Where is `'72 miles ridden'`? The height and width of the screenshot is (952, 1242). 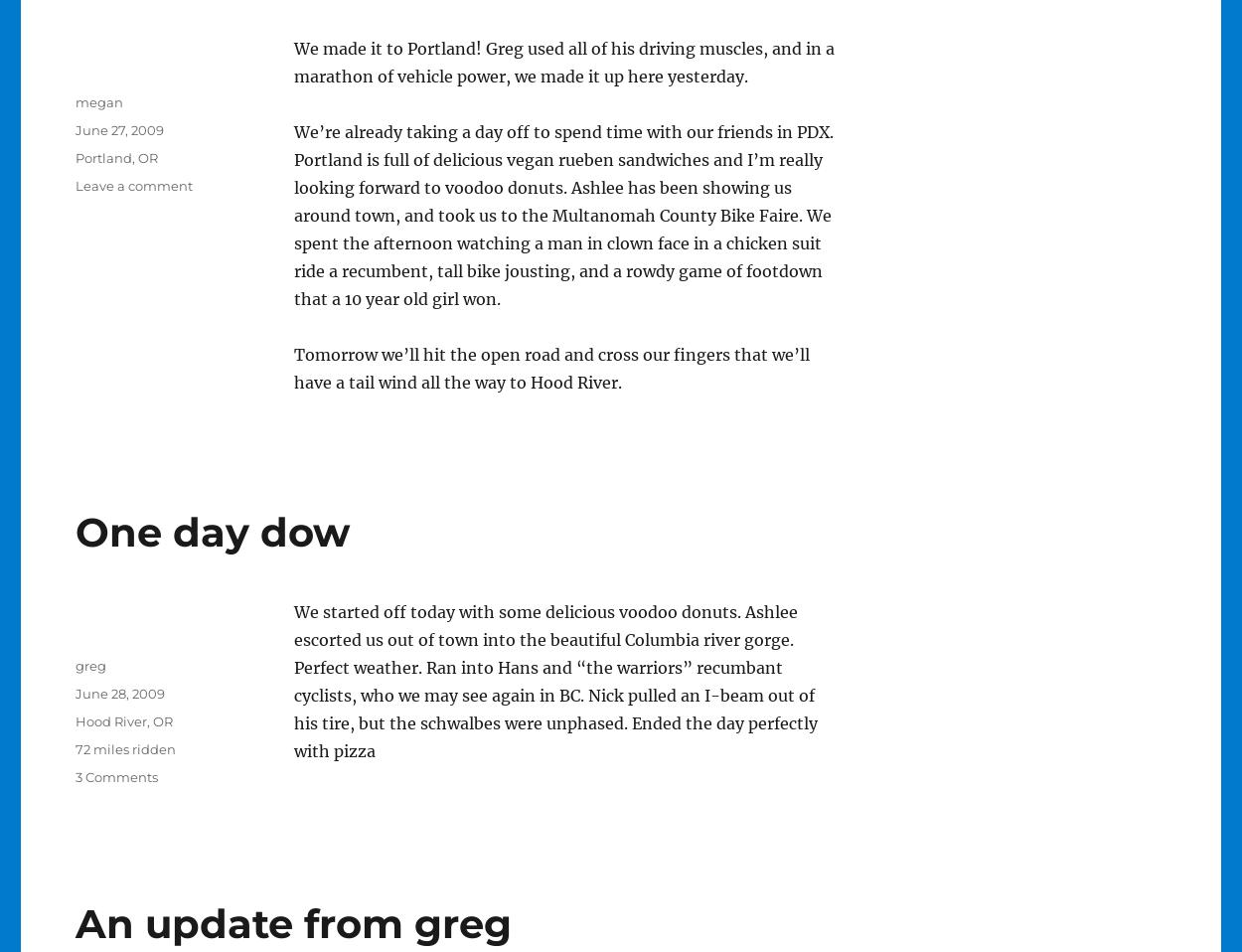 '72 miles ridden' is located at coordinates (124, 749).